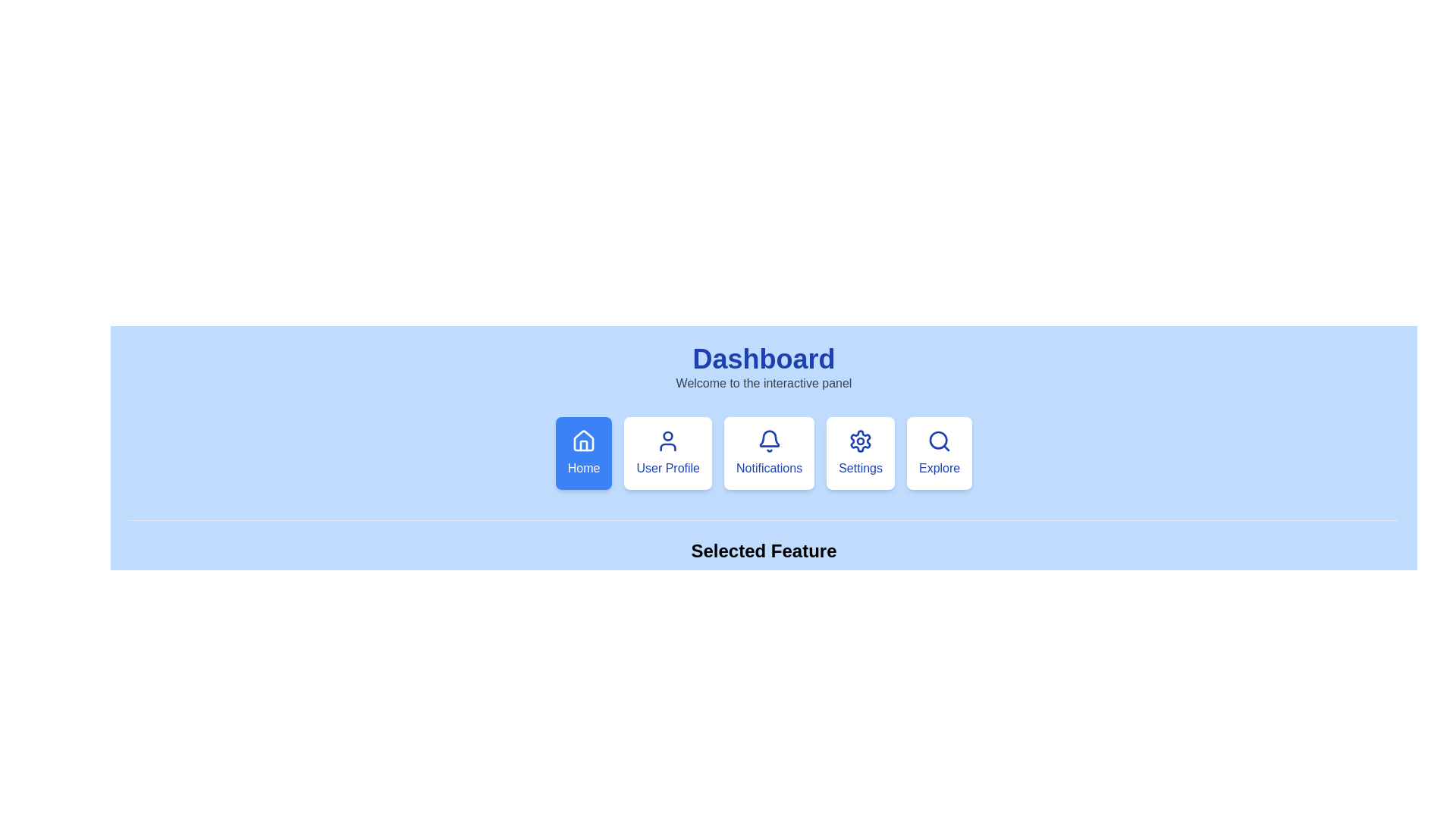 This screenshot has width=1456, height=819. What do you see at coordinates (769, 467) in the screenshot?
I see `the 'Notifications' text label, which is styled in blue and located below the bell icon in the menu options` at bounding box center [769, 467].